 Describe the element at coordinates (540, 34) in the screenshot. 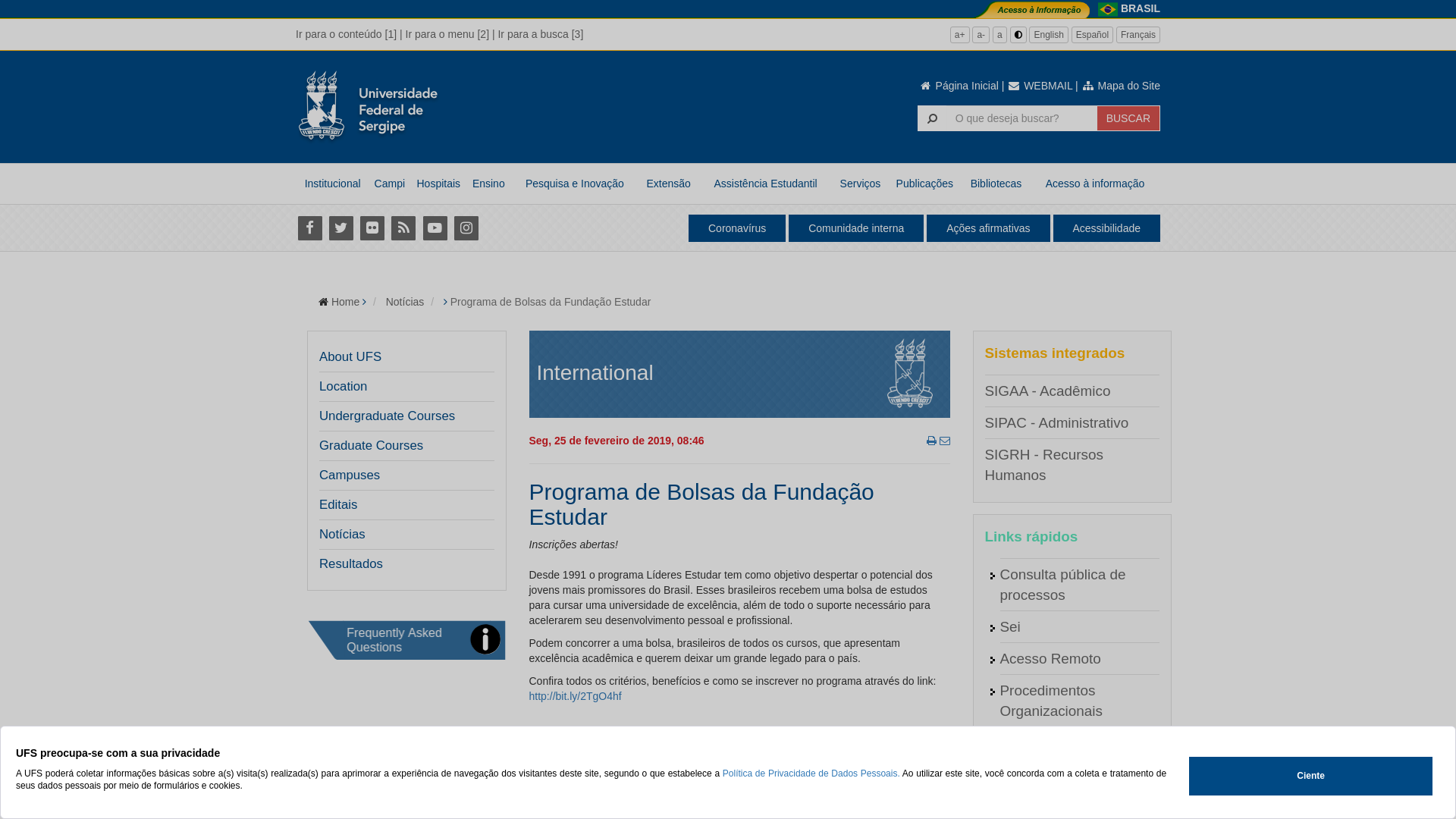

I see `'Ir para a busca [3]'` at that location.